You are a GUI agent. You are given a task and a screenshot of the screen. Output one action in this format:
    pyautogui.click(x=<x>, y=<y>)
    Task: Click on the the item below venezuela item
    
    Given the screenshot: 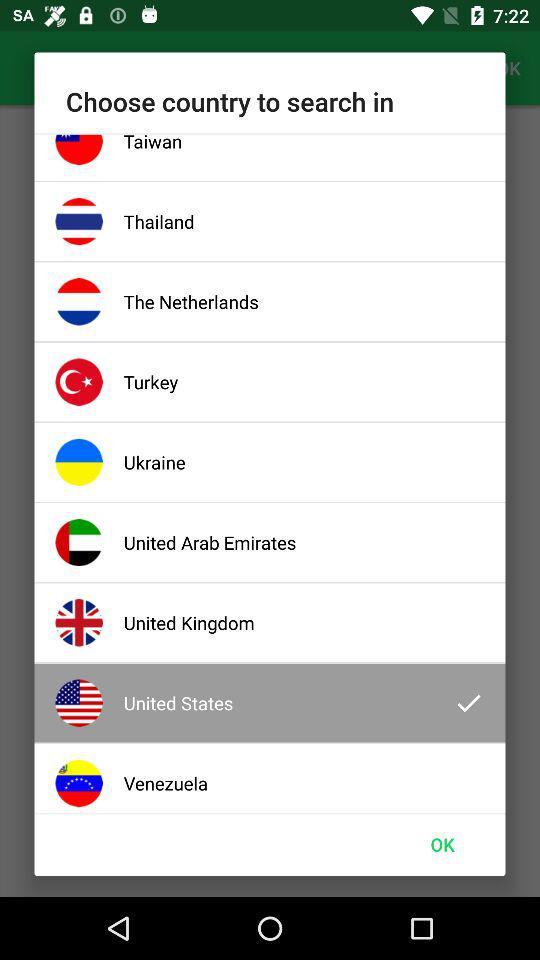 What is the action you would take?
    pyautogui.click(x=442, y=843)
    